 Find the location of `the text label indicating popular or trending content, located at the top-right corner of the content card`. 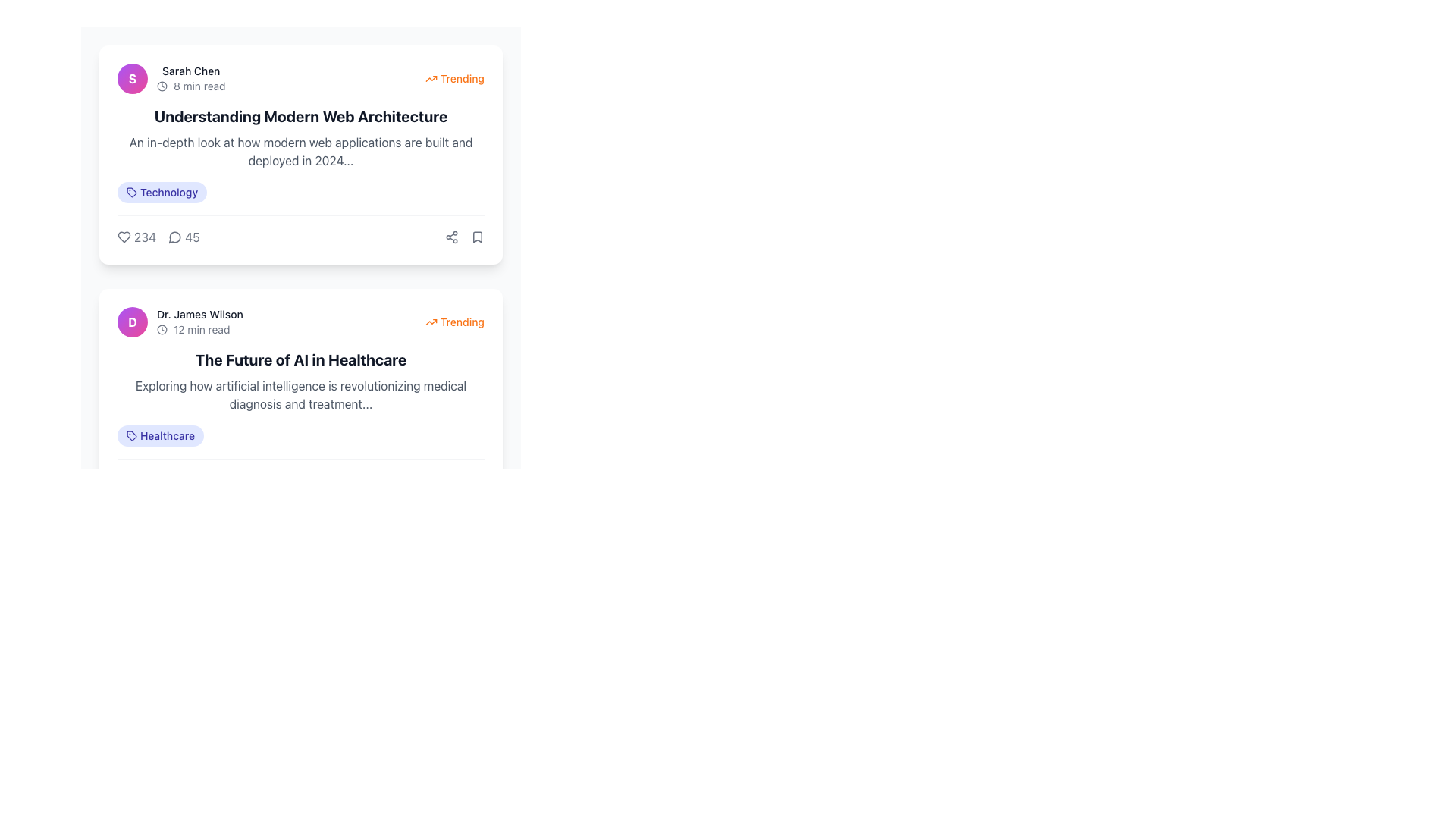

the text label indicating popular or trending content, located at the top-right corner of the content card is located at coordinates (461, 79).